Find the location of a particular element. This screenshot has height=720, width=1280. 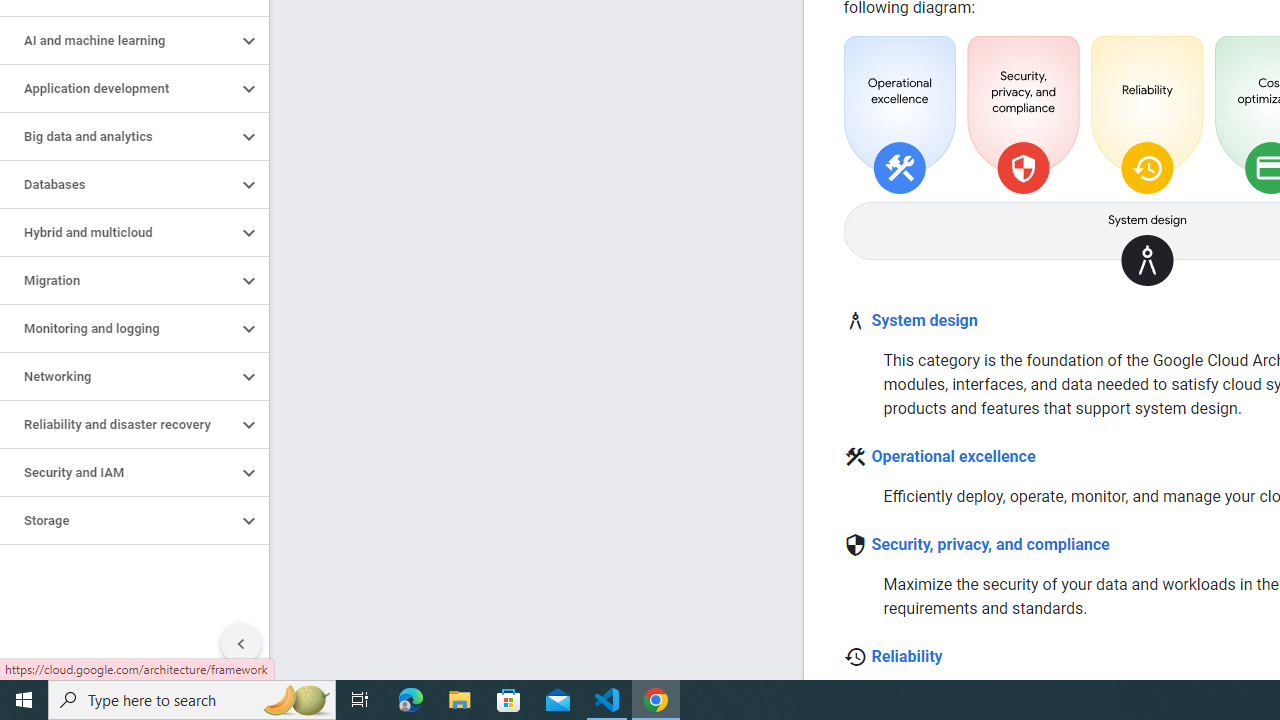

'Reliability' is located at coordinates (905, 657).